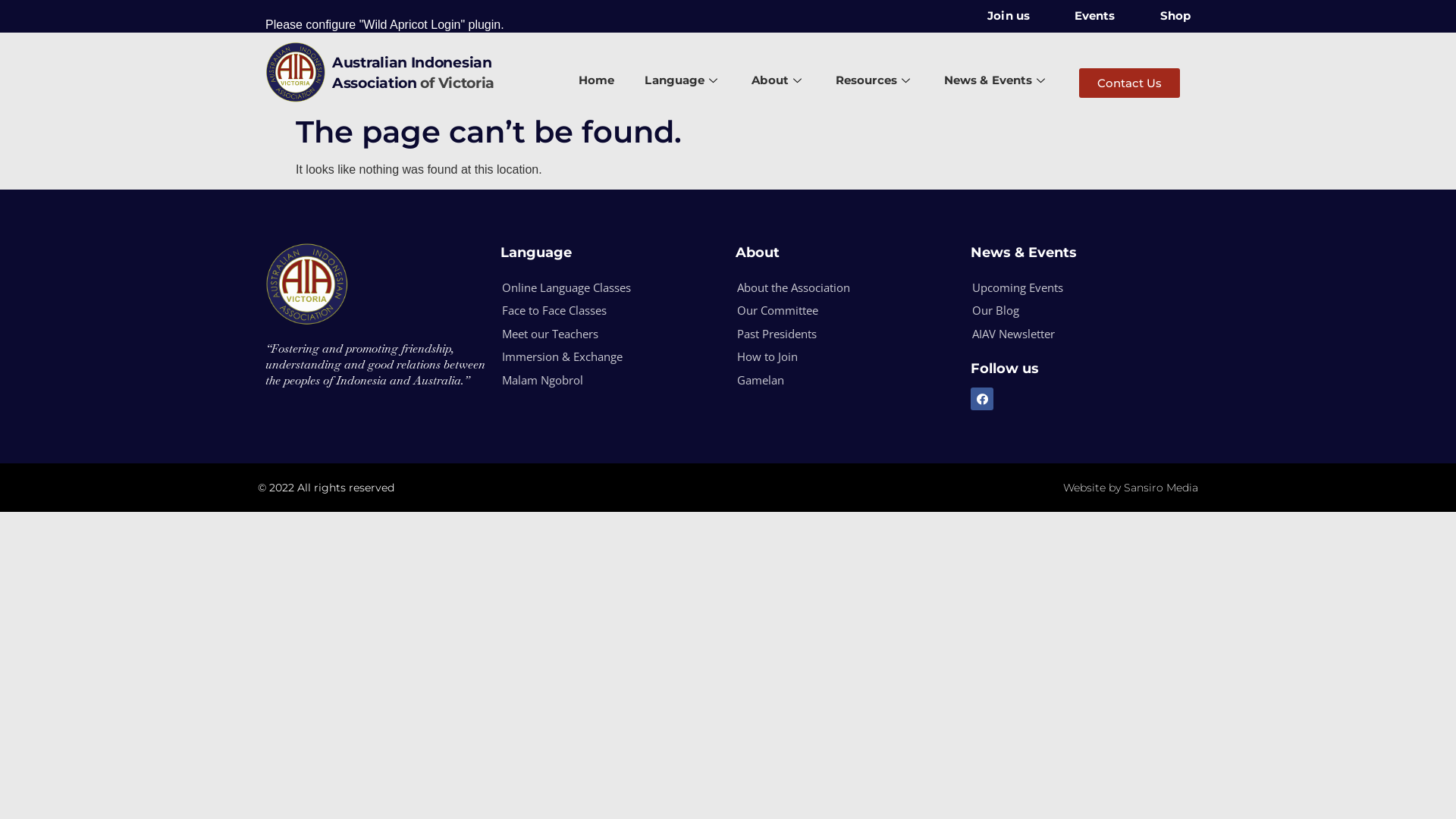 This screenshot has height=819, width=1456. What do you see at coordinates (996, 81) in the screenshot?
I see `'News & Events'` at bounding box center [996, 81].